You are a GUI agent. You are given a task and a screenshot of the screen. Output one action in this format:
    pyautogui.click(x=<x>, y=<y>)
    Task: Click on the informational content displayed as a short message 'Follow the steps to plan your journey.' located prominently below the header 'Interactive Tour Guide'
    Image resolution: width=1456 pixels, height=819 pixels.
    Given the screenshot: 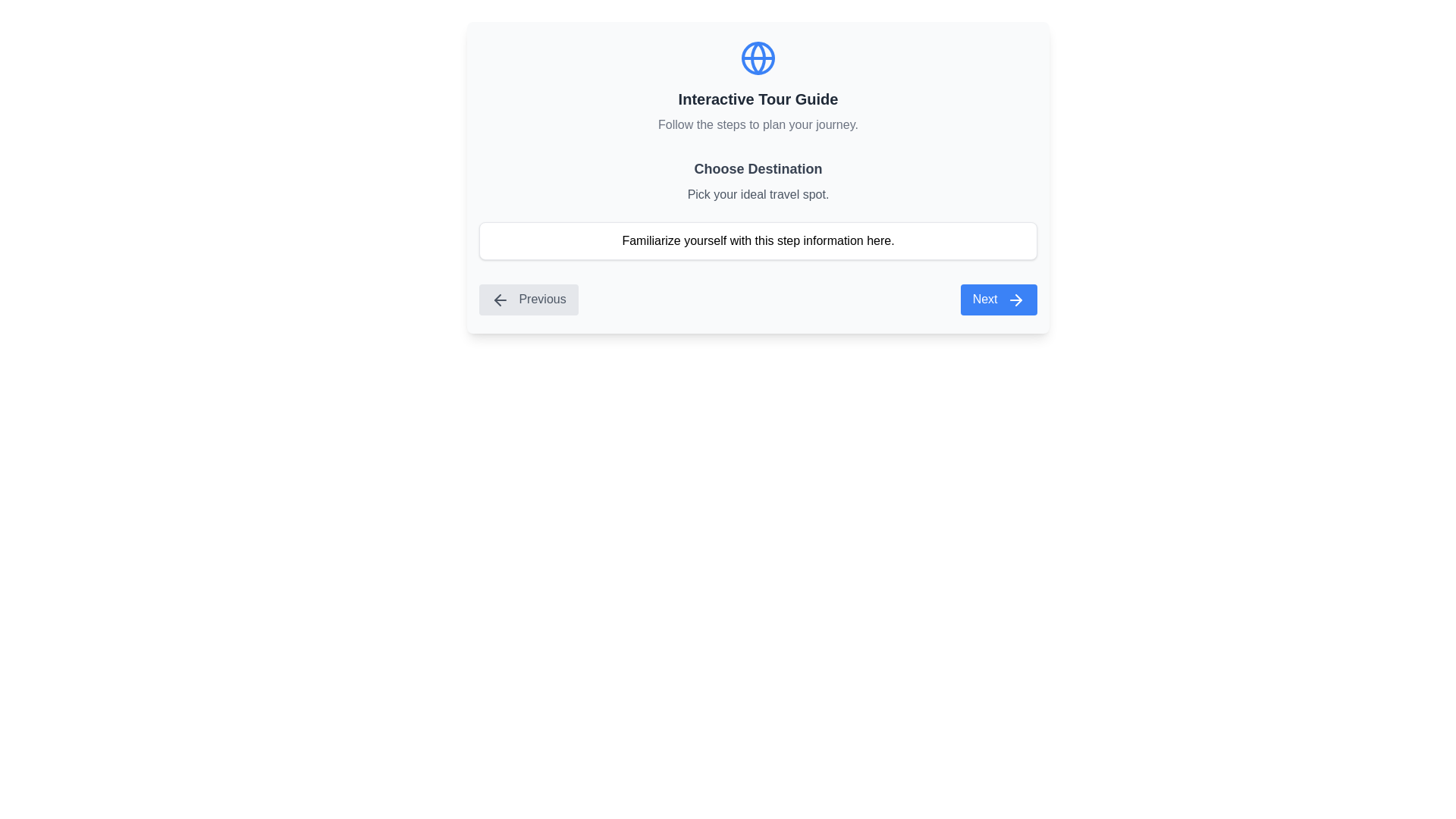 What is the action you would take?
    pyautogui.click(x=758, y=124)
    